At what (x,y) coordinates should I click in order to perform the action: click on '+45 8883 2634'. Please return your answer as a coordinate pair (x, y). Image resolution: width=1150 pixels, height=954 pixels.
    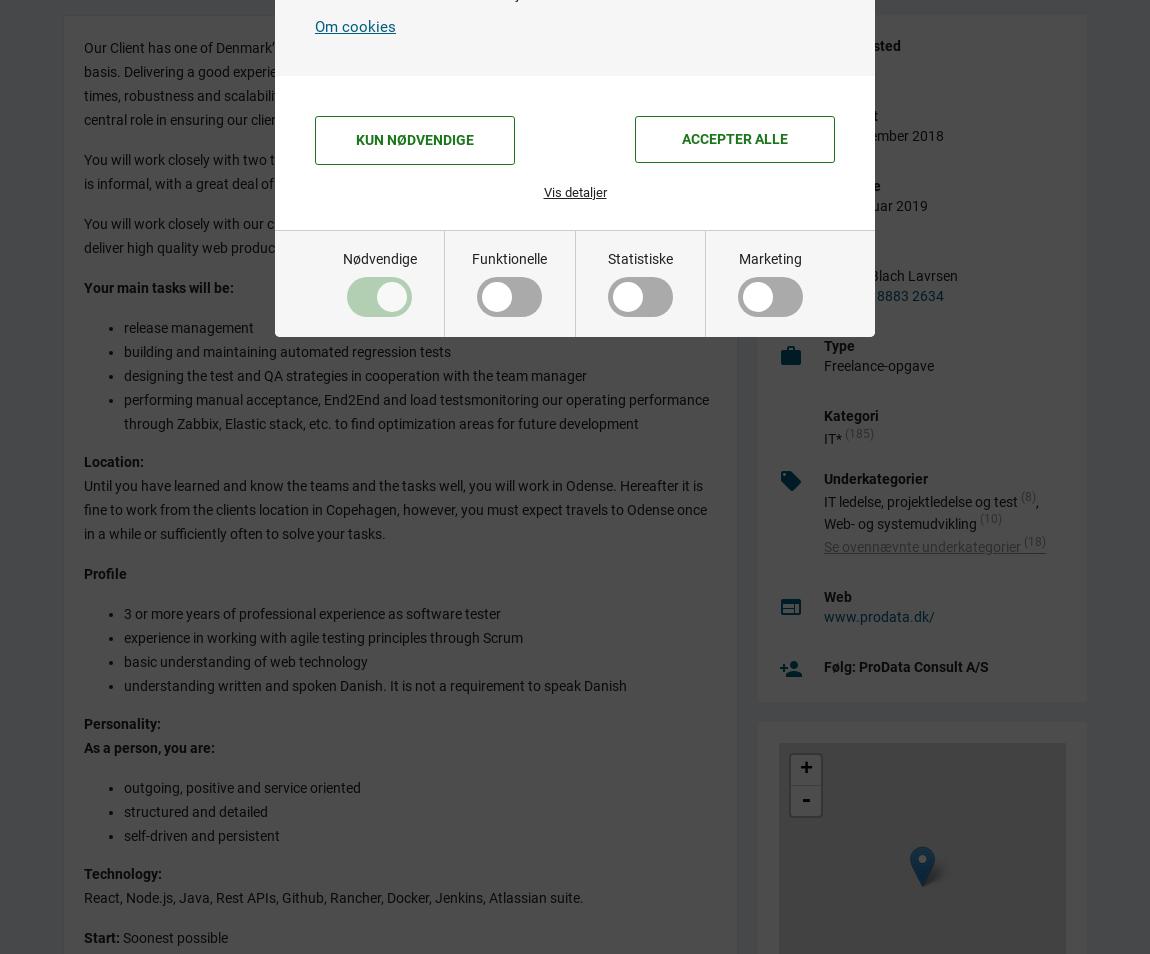
    Looking at the image, I should click on (848, 294).